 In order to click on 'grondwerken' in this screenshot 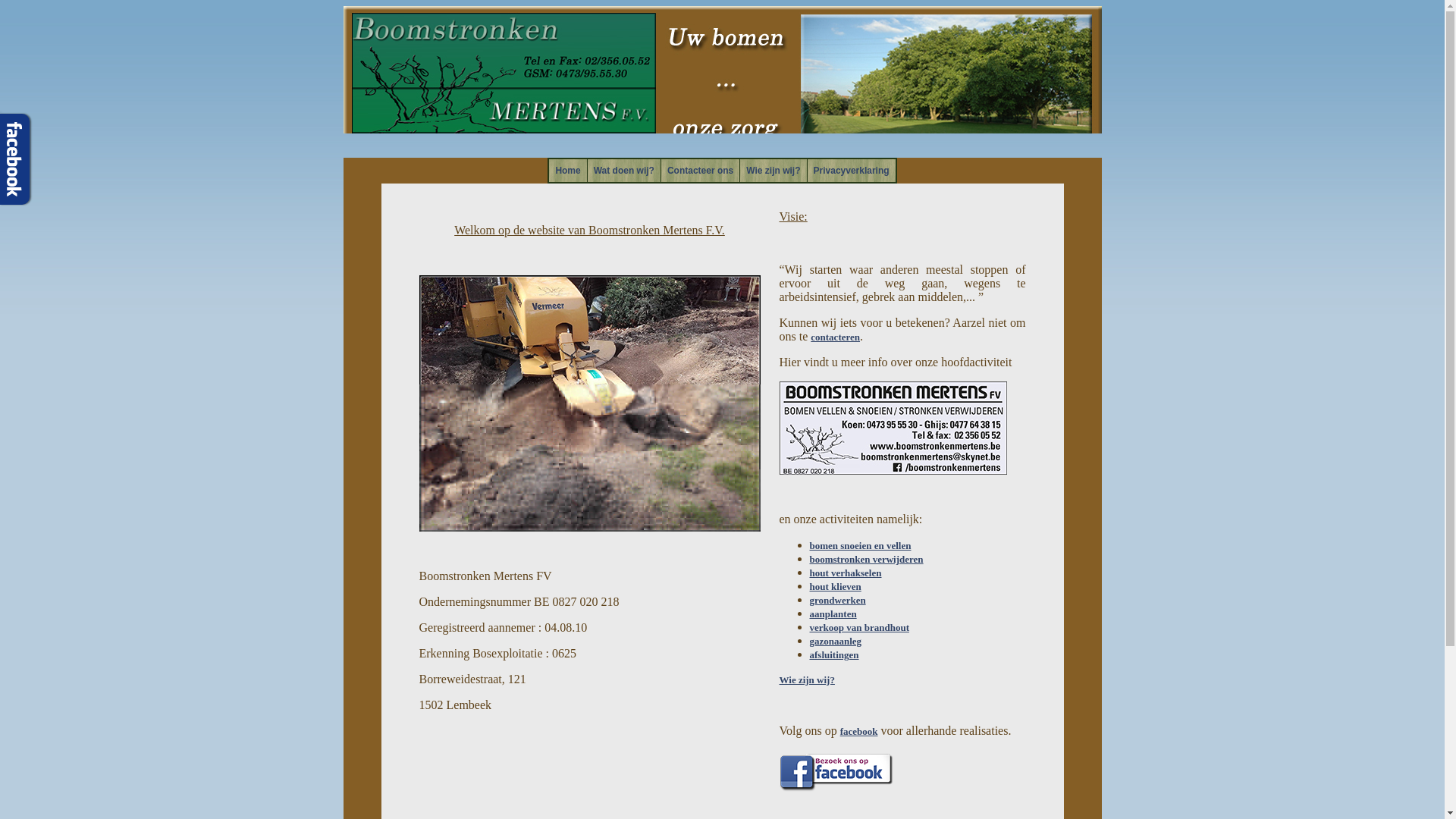, I will do `click(836, 599)`.